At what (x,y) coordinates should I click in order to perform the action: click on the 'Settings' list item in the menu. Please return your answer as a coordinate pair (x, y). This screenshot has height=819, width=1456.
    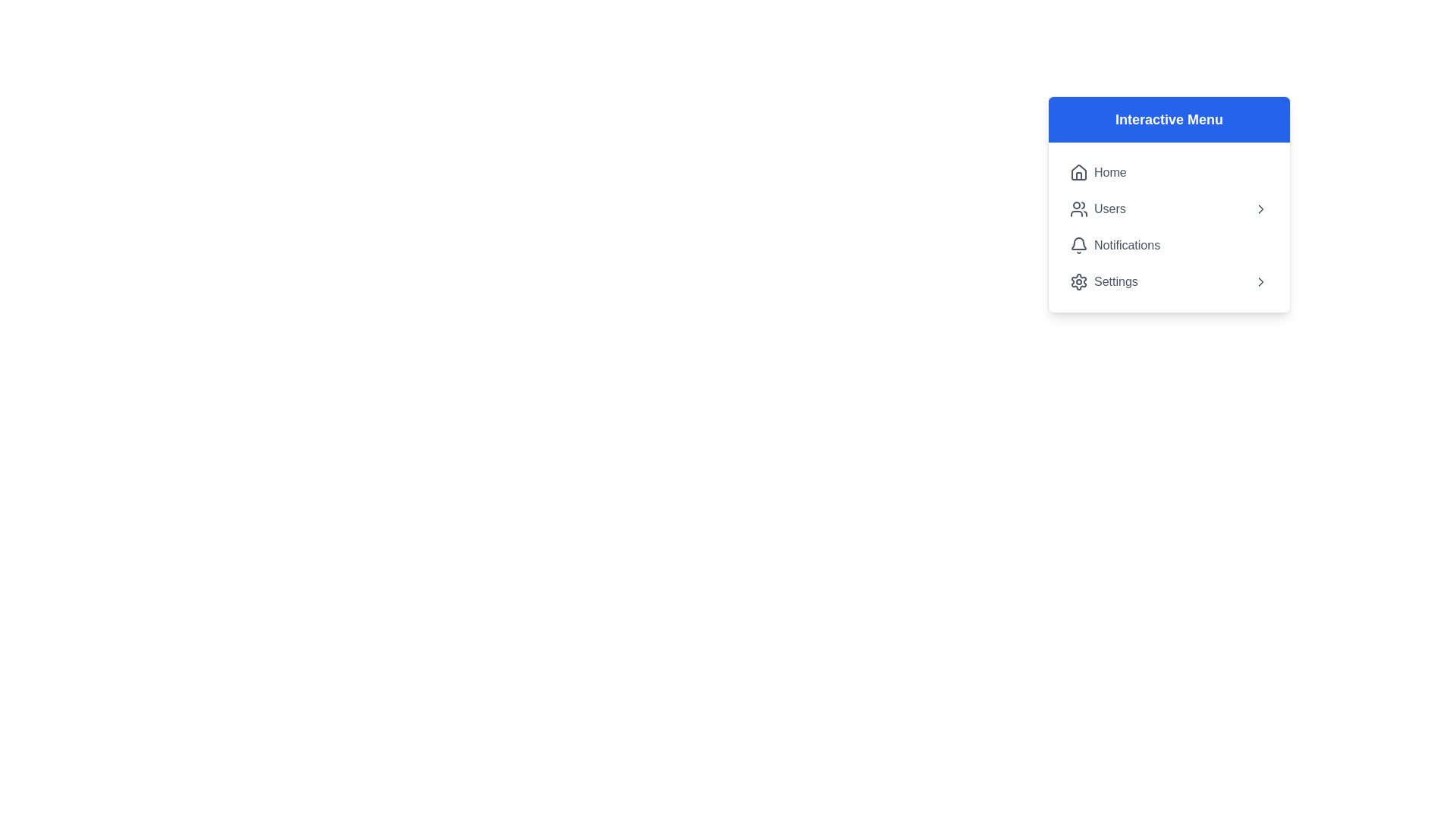
    Looking at the image, I should click on (1168, 281).